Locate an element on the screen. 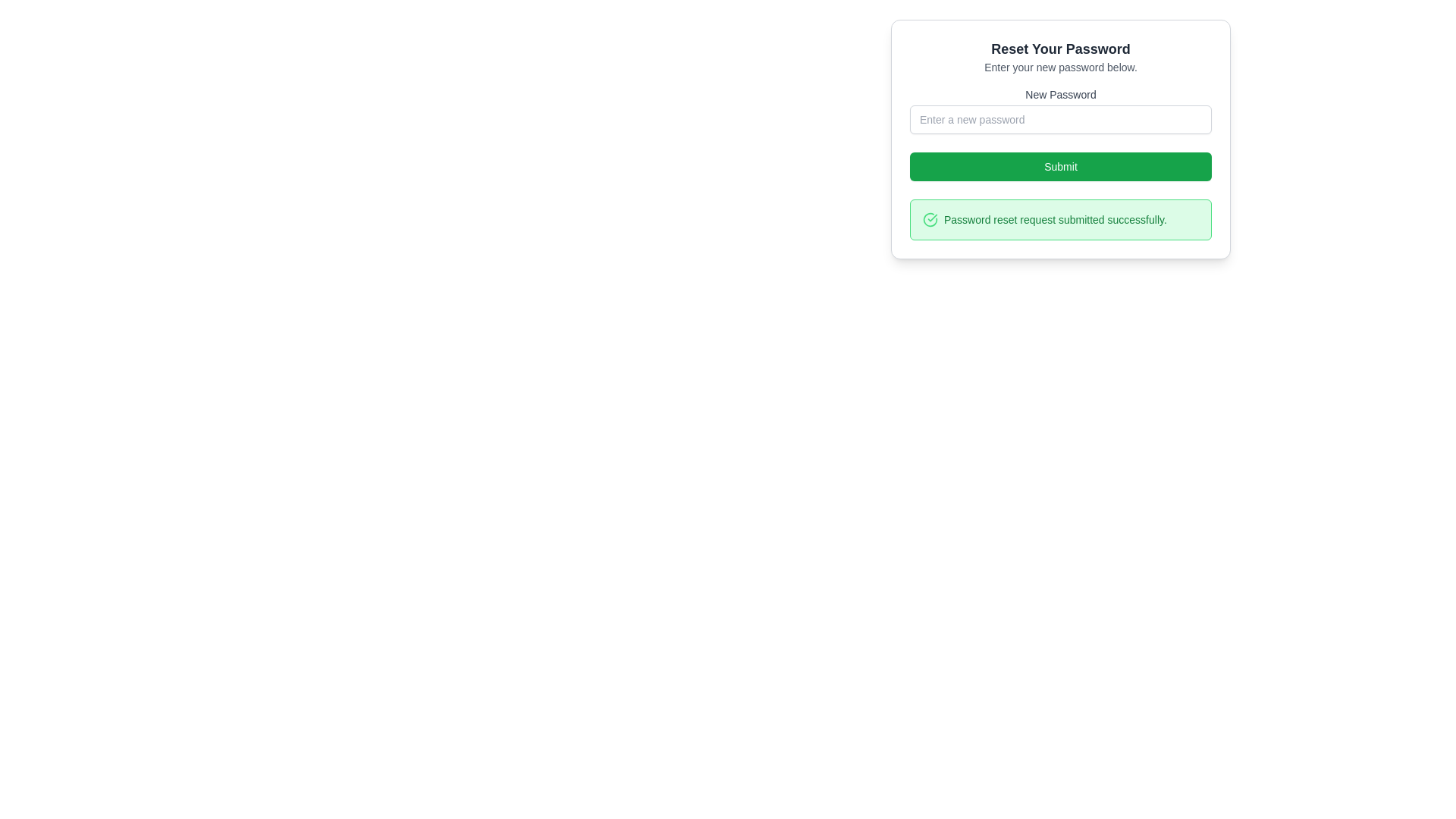 This screenshot has height=819, width=1456. the main heading of the password reset interface, which is positioned at the top of a white card with rounded corners and a shadow, centered horizontally above the password entry text is located at coordinates (1059, 49).